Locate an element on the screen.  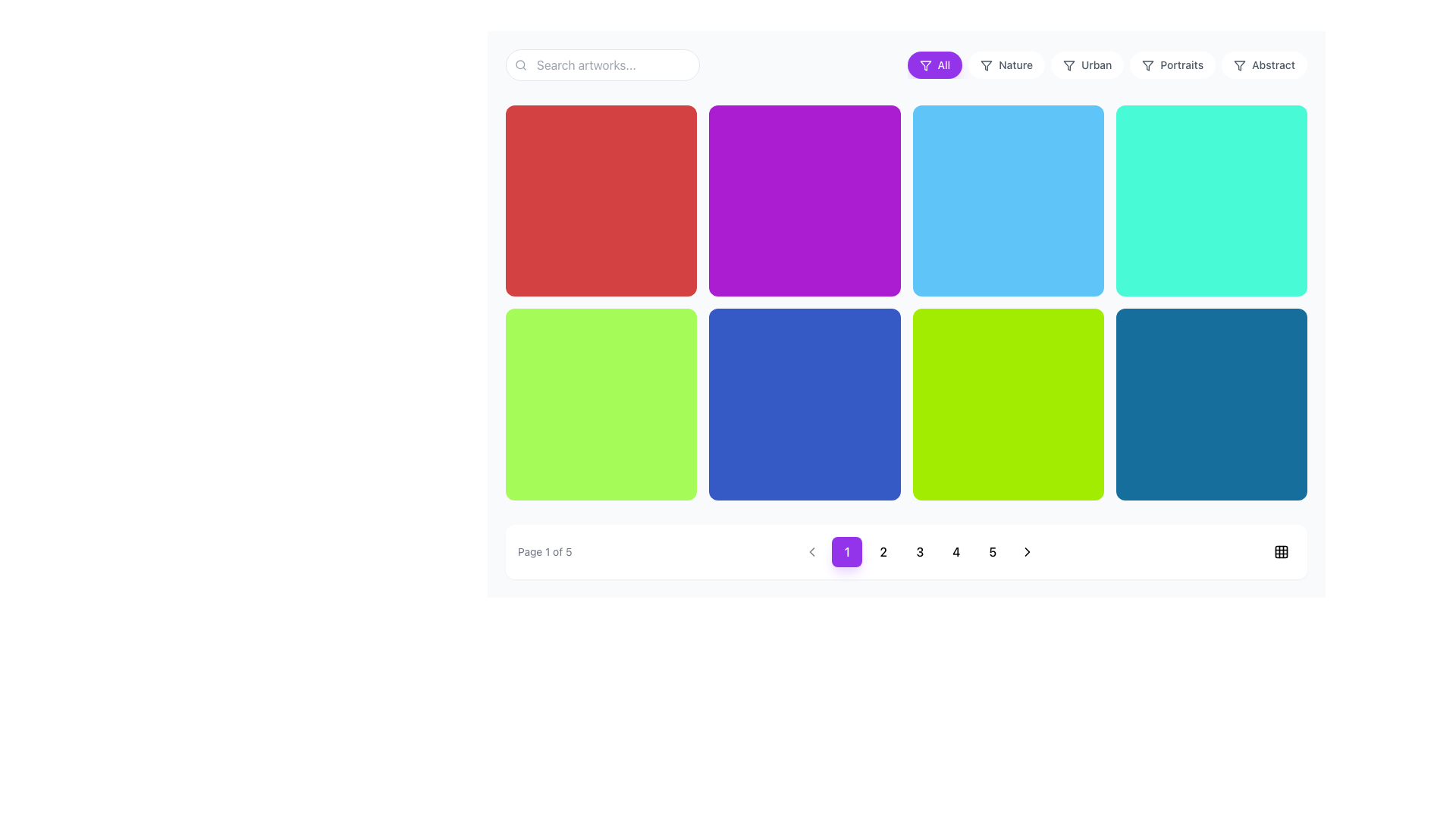
the interactive visual tile located in the second row, first column of the grid layout, which serves as a preview or selectable object is located at coordinates (601, 403).